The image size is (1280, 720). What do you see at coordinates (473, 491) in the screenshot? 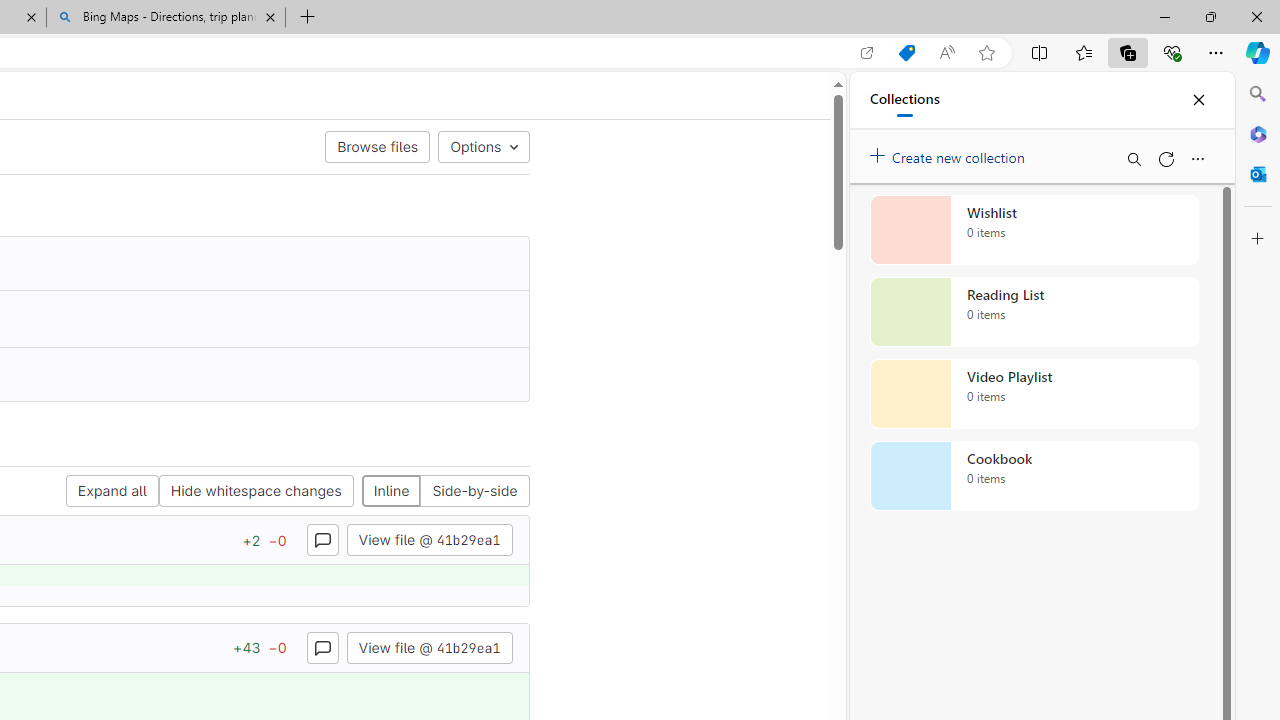
I see `'Side-by-side'` at bounding box center [473, 491].